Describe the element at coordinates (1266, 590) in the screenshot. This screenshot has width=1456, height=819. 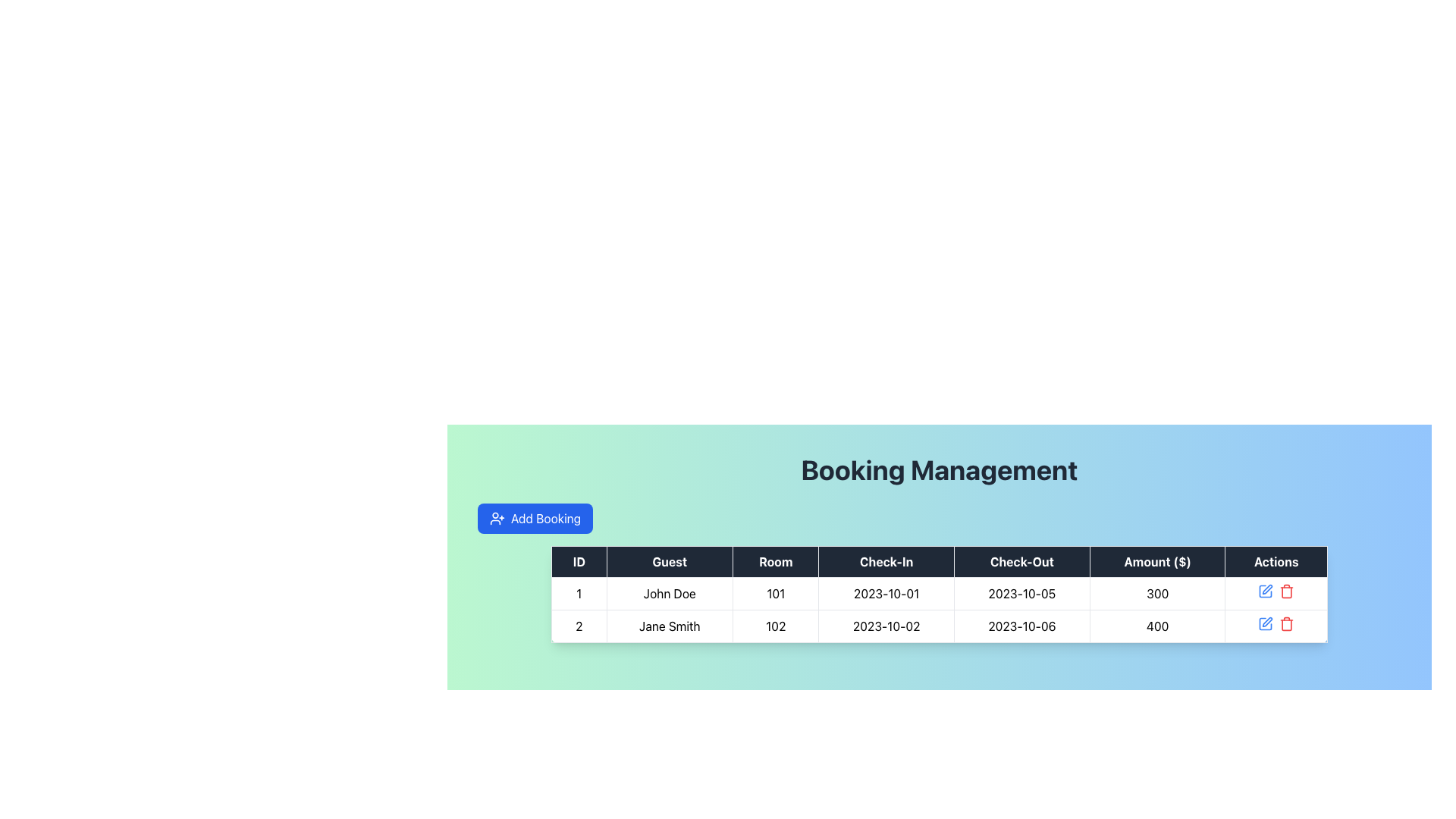
I see `the first graphical component of the 'Actions' column in the second row of the table, which visually represents an editing function` at that location.